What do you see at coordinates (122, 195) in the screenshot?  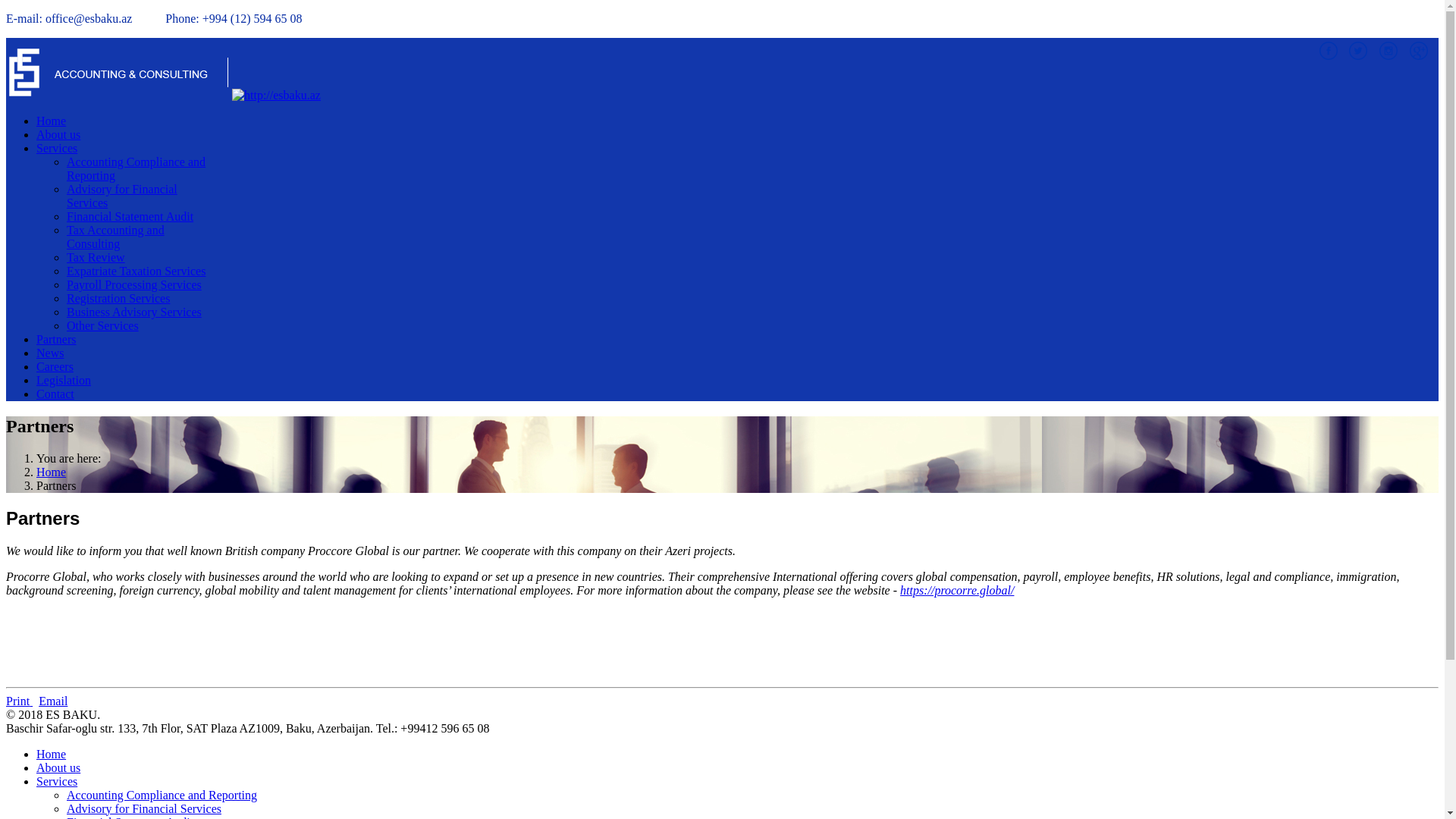 I see `'Advisory for Financial Services'` at bounding box center [122, 195].